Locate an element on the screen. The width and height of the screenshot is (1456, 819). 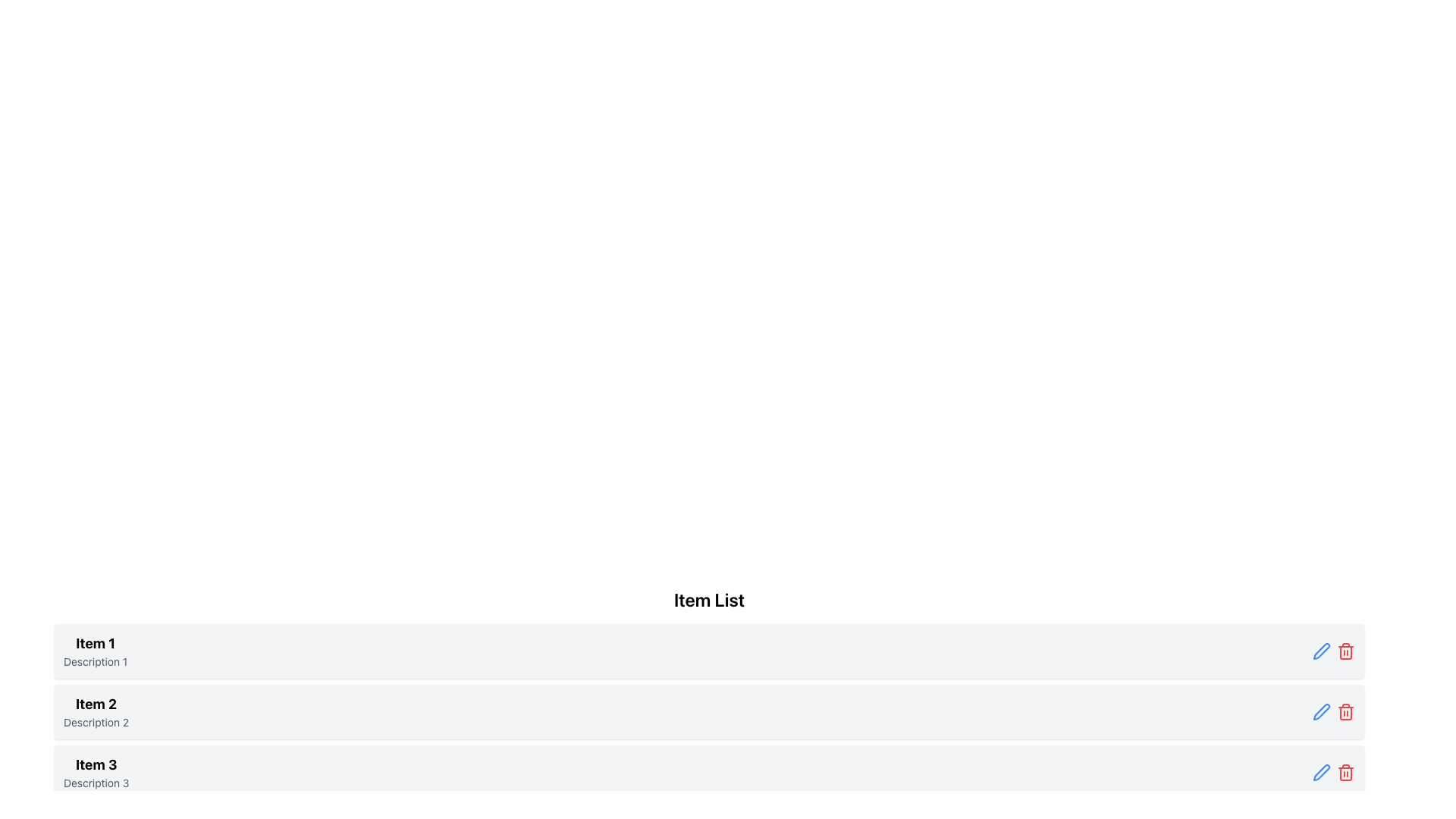
the edit action button represented by the pen icon in the row containing 'Item 3' and 'Description 3' to initiate an edit action for the associated list item is located at coordinates (1320, 772).